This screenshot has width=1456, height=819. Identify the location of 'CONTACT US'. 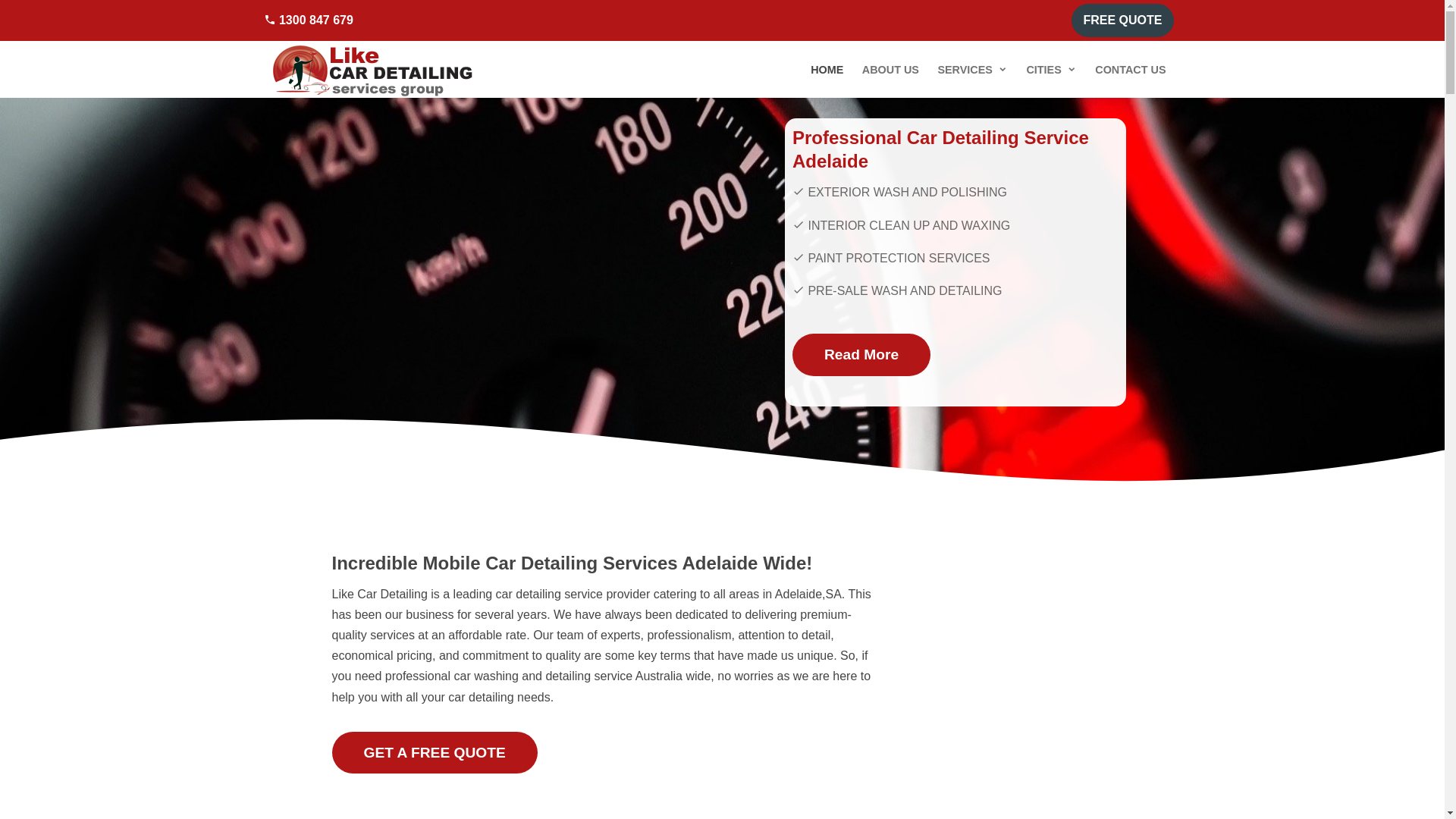
(1130, 69).